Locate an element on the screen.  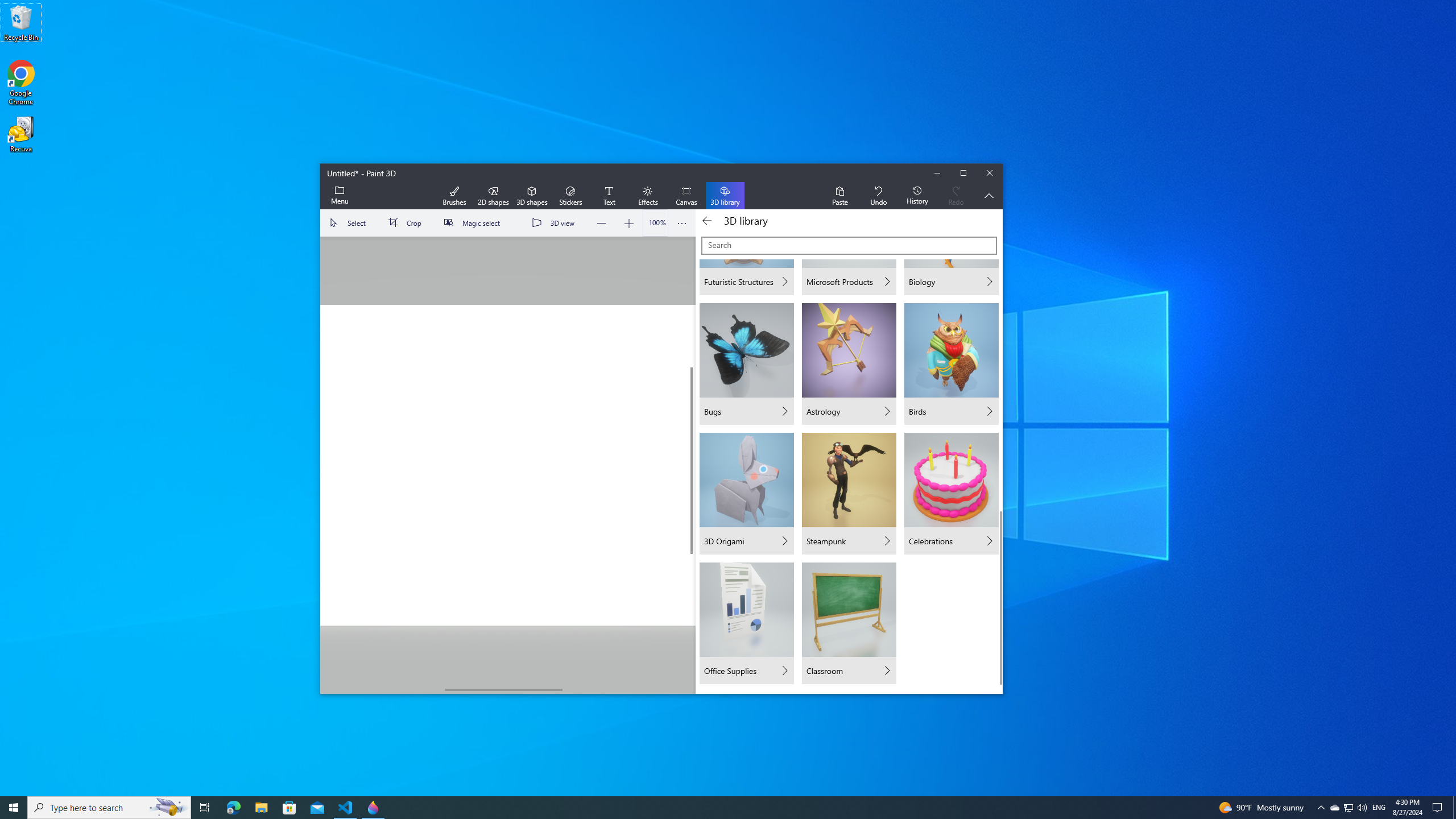
'Recuva' is located at coordinates (20, 134).